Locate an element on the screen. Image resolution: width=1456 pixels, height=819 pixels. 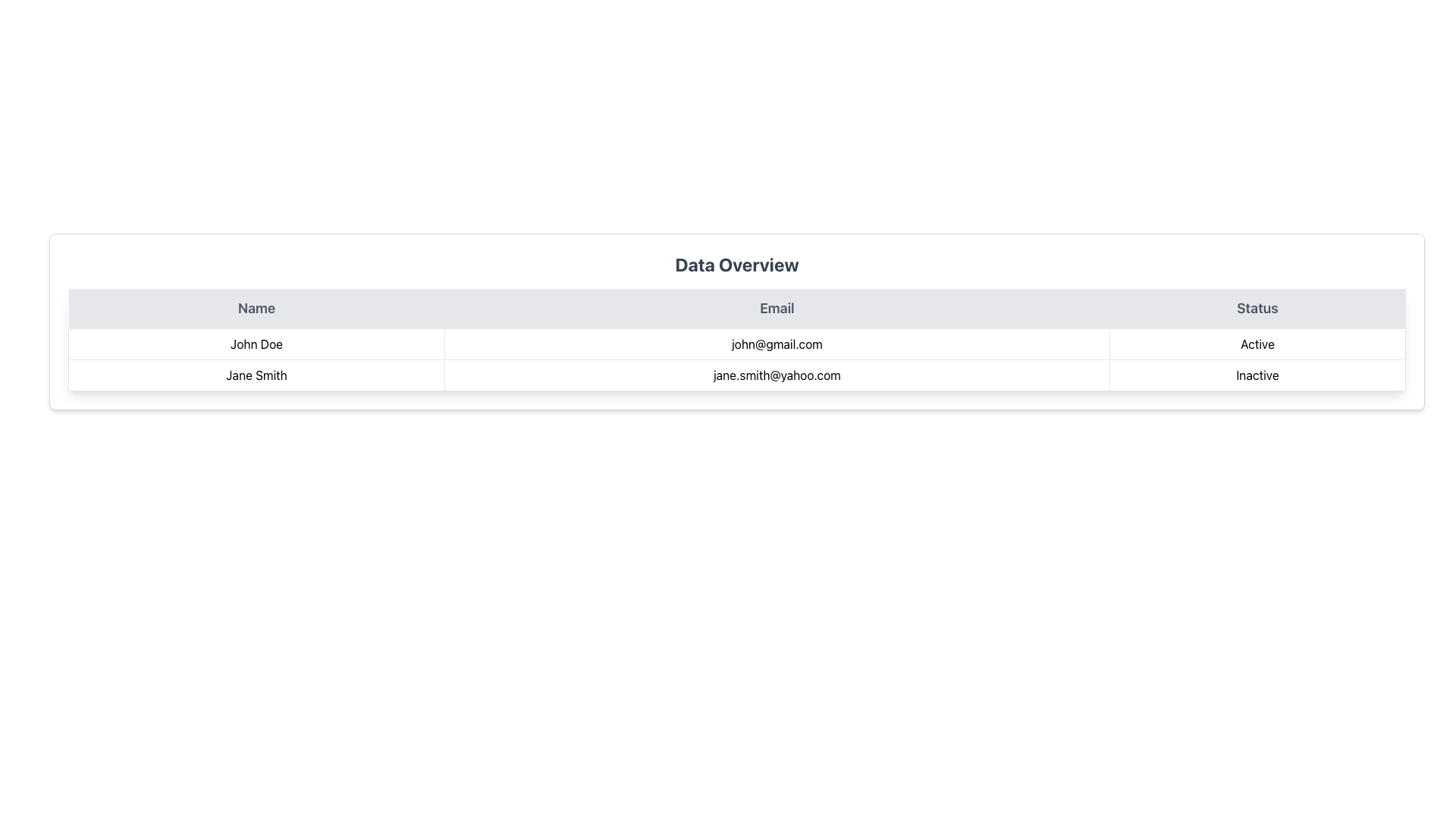
the Static Text Label displaying 'Active' in the Status column of the table, which is located in the first row, third cell under the 'Status' heading is located at coordinates (1257, 344).